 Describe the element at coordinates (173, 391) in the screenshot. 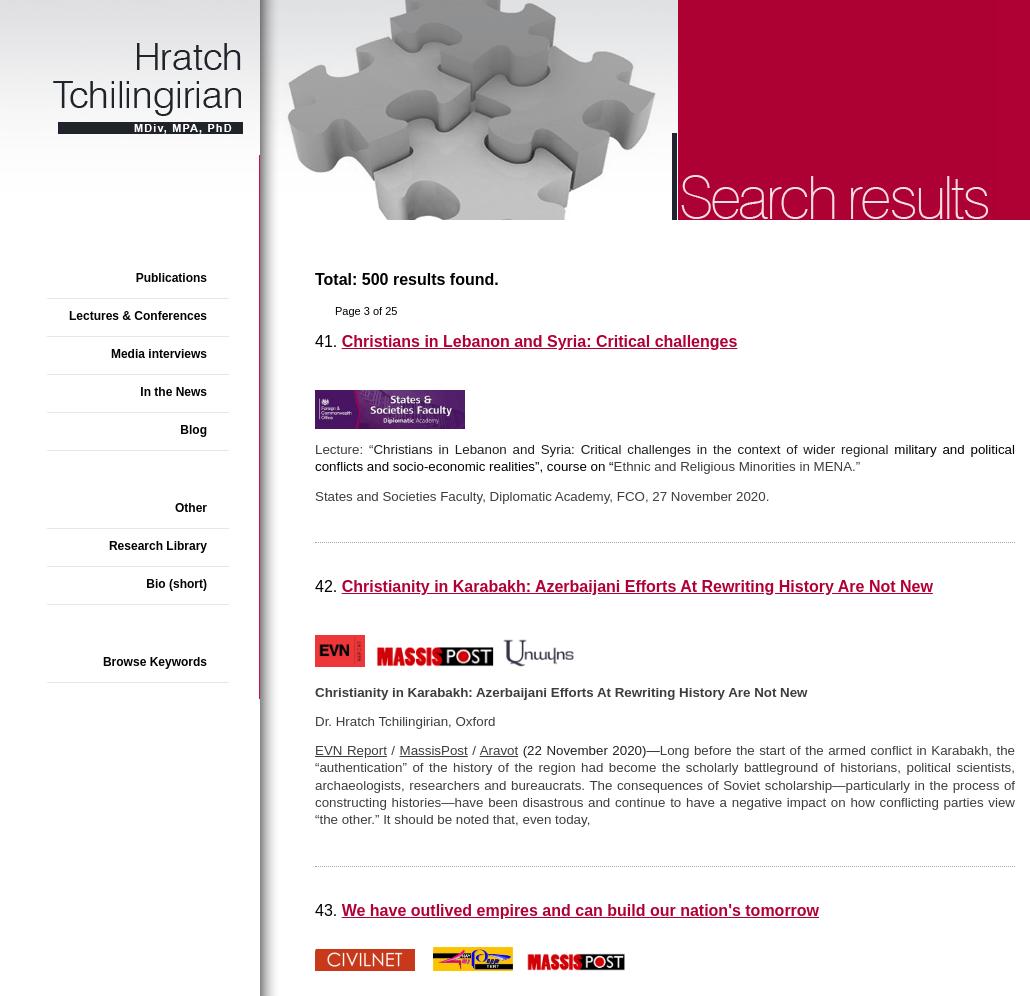

I see `'In the News'` at that location.